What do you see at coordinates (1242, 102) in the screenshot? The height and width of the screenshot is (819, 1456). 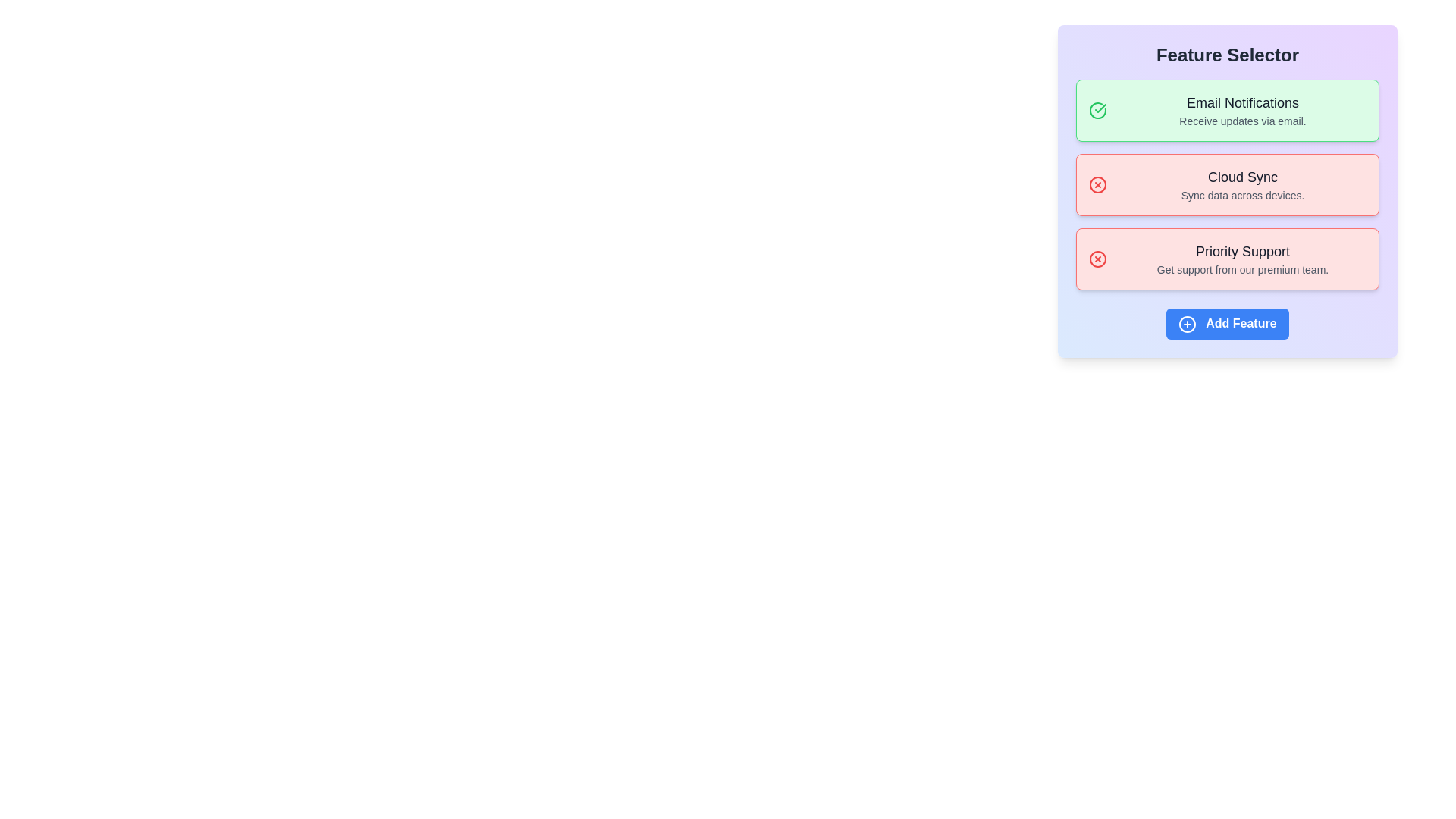 I see `the 'Email Notifications' text label, which is a bold, medium-sized sans-serif text element located at the top of a green-highlighted card in the 'Feature Selector' section` at bounding box center [1242, 102].